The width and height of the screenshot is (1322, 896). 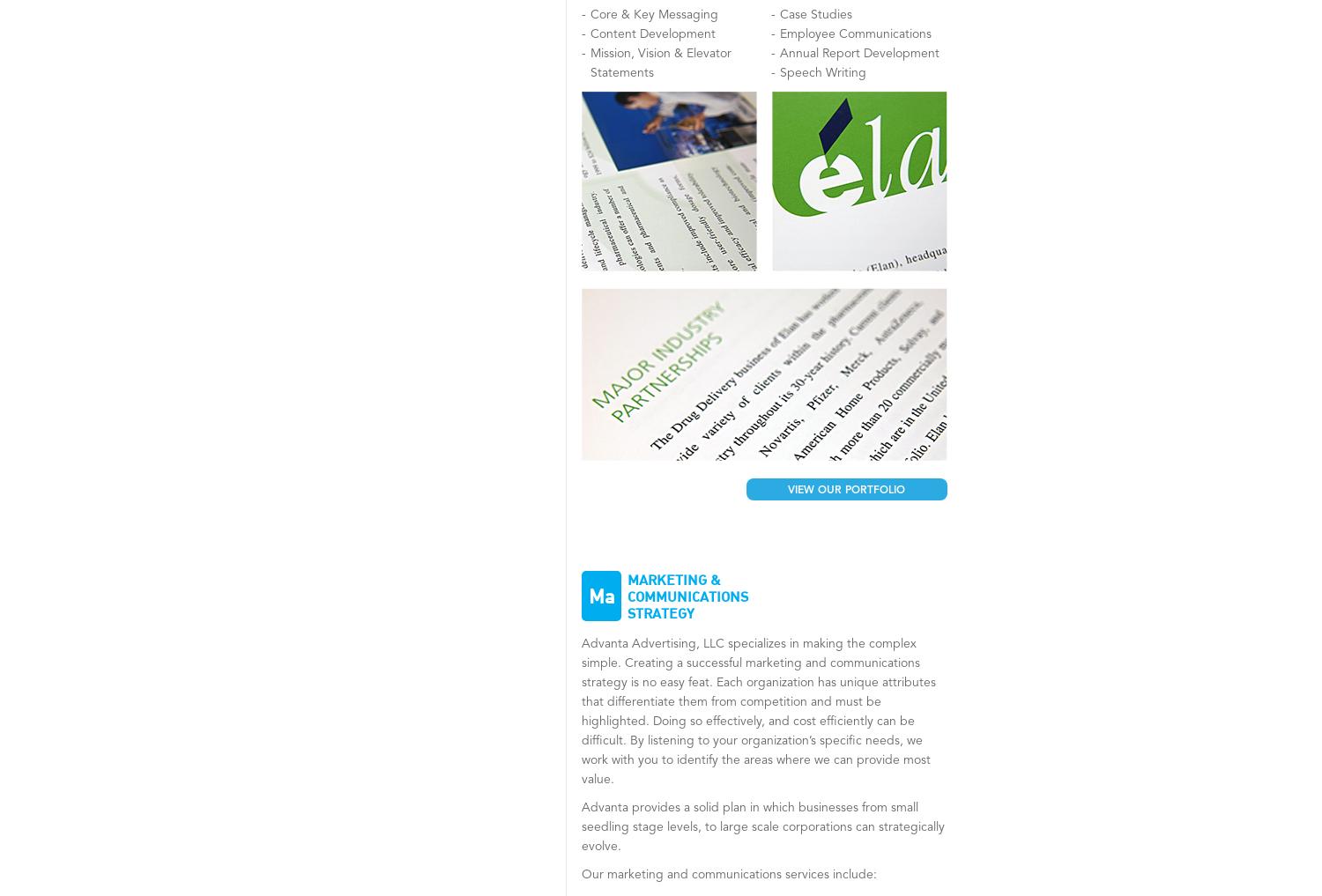 What do you see at coordinates (728, 874) in the screenshot?
I see `'Our marketing and communications services include:'` at bounding box center [728, 874].